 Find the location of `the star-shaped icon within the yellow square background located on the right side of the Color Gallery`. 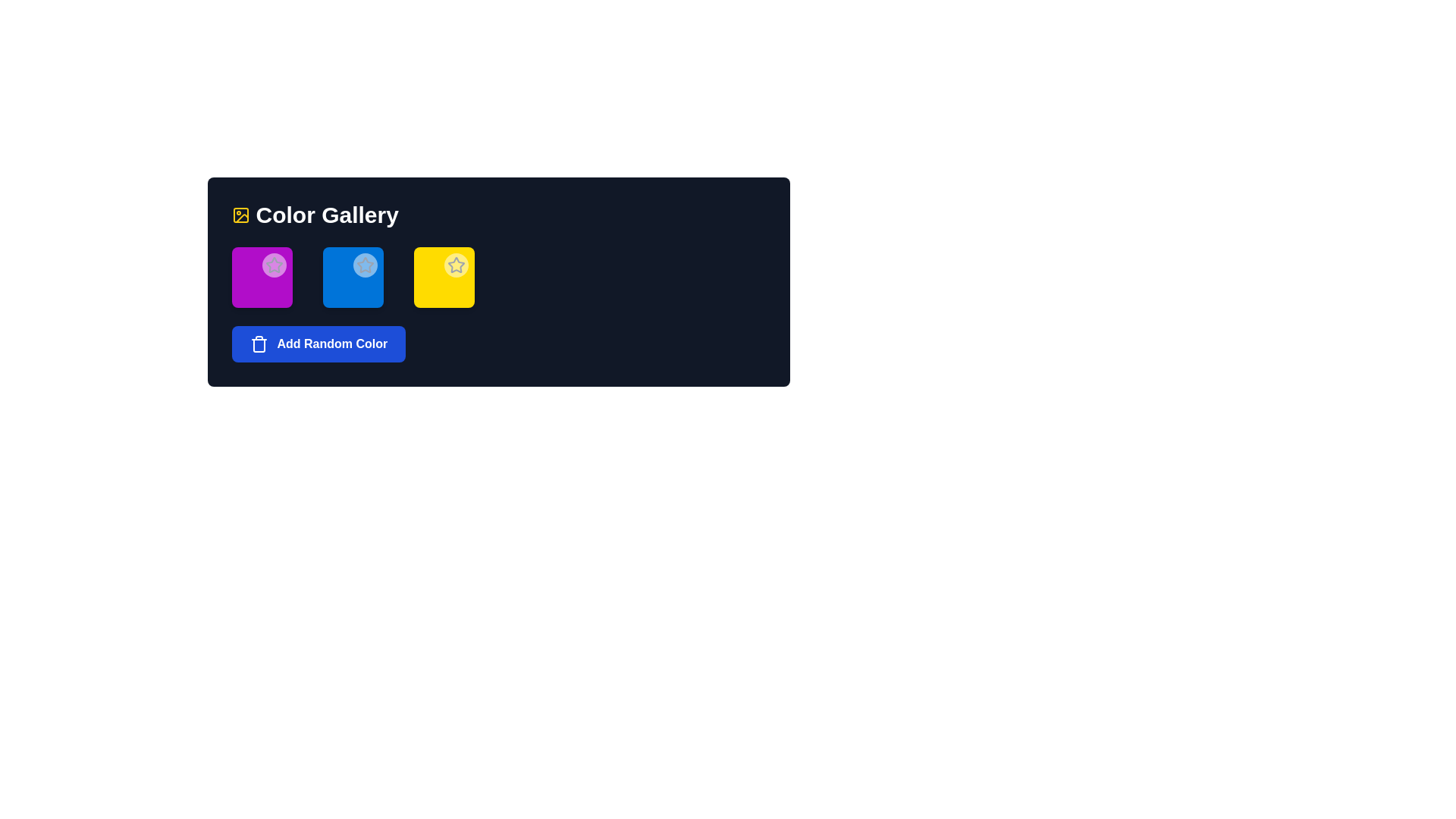

the star-shaped icon within the yellow square background located on the right side of the Color Gallery is located at coordinates (454, 263).